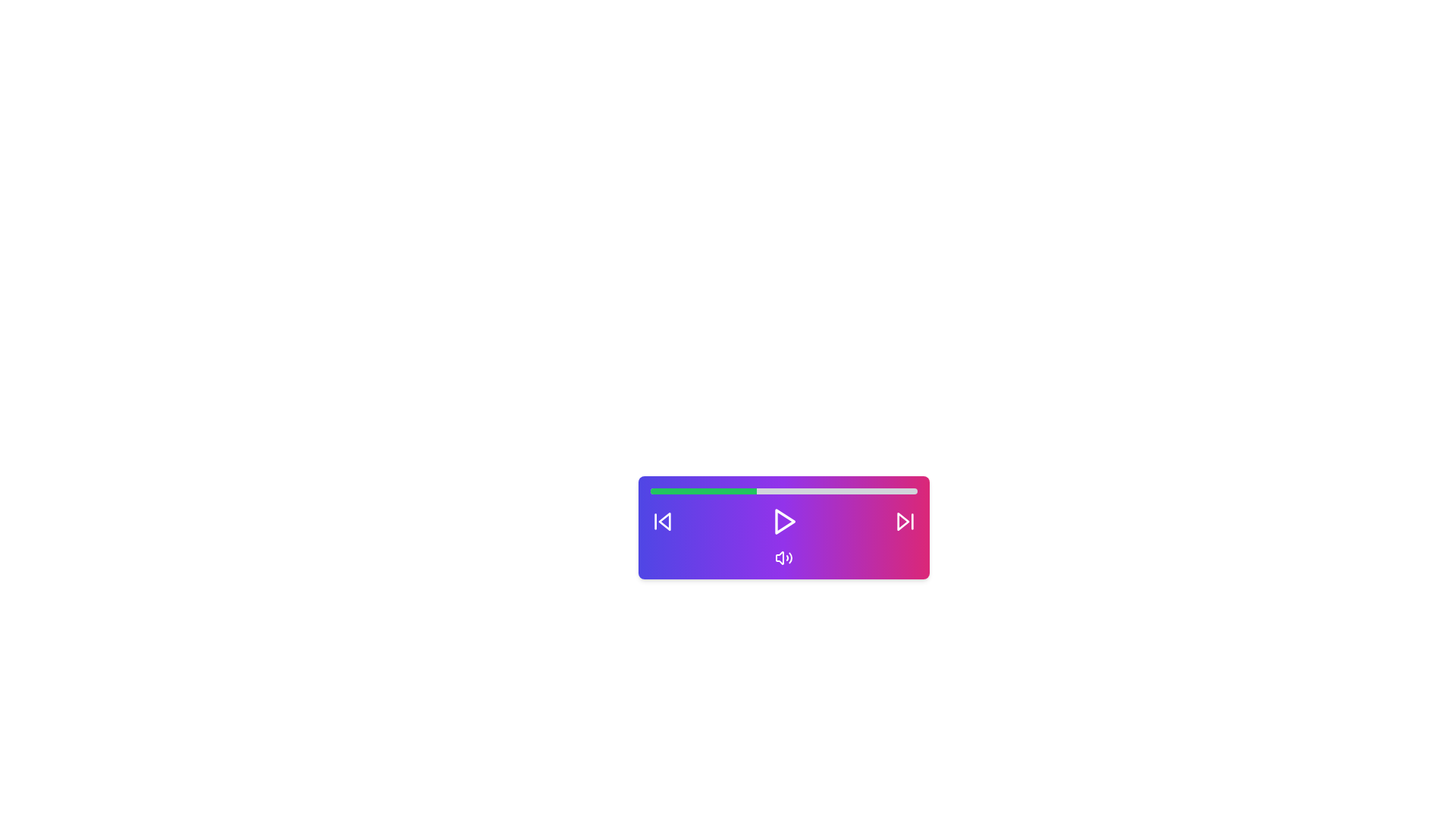  I want to click on the volume to 38 percent, so click(752, 491).